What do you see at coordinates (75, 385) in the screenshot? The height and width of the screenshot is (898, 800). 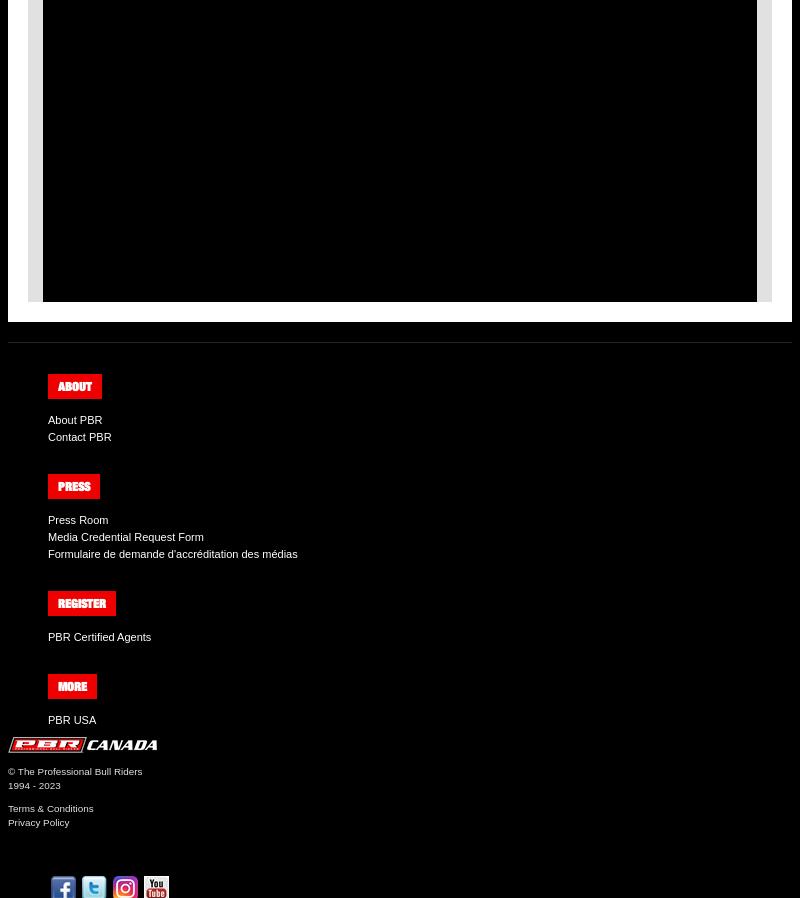 I see `'About'` at bounding box center [75, 385].